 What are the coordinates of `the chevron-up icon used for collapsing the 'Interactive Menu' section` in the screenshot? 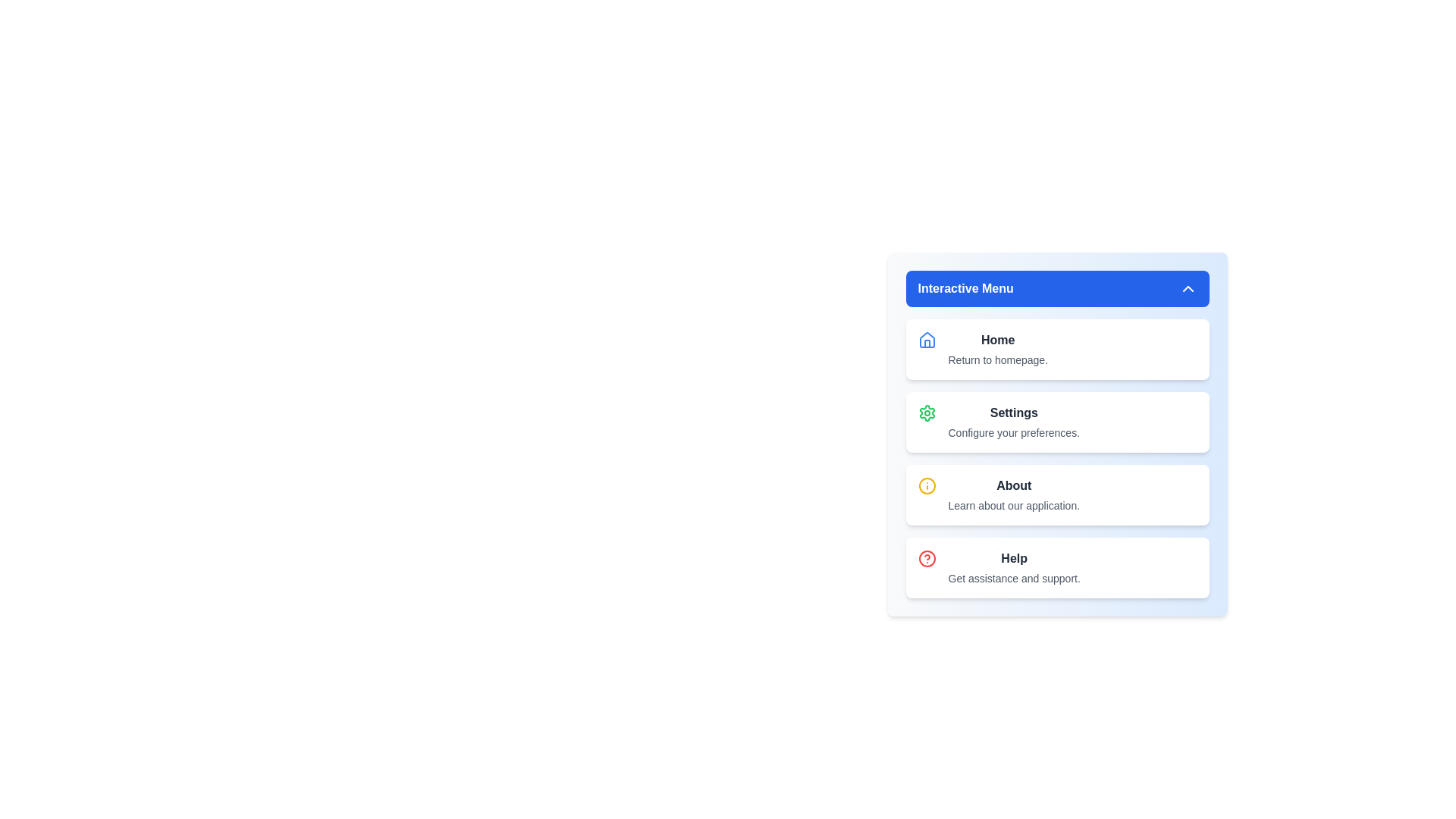 It's located at (1187, 289).